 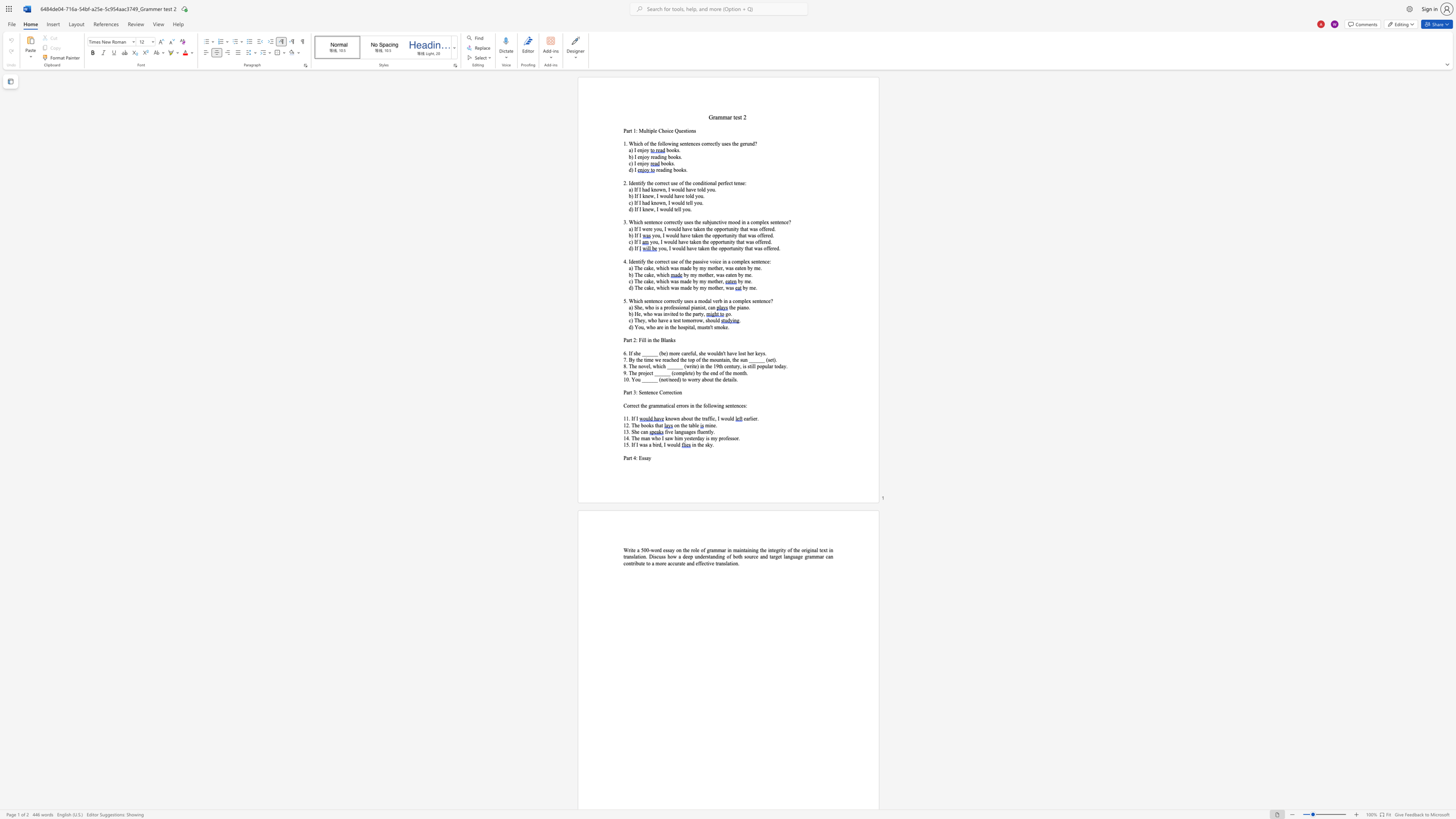 What do you see at coordinates (710, 438) in the screenshot?
I see `the subset text "my professor" within the text "14. The man who I saw him yesterday is my professor."` at bounding box center [710, 438].